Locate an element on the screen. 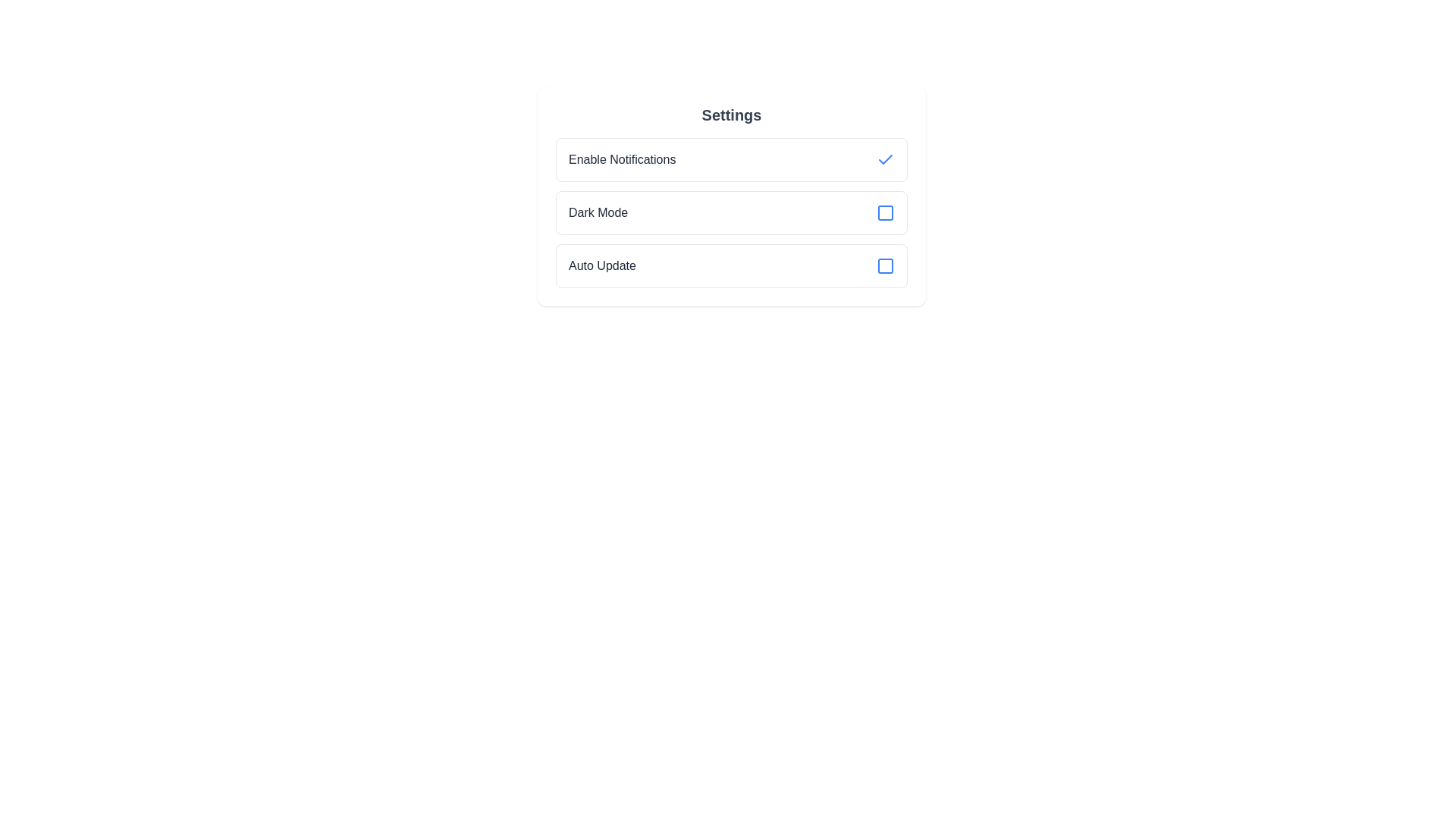  the 'Dark Mode' selectable list item in the settings options is located at coordinates (731, 213).